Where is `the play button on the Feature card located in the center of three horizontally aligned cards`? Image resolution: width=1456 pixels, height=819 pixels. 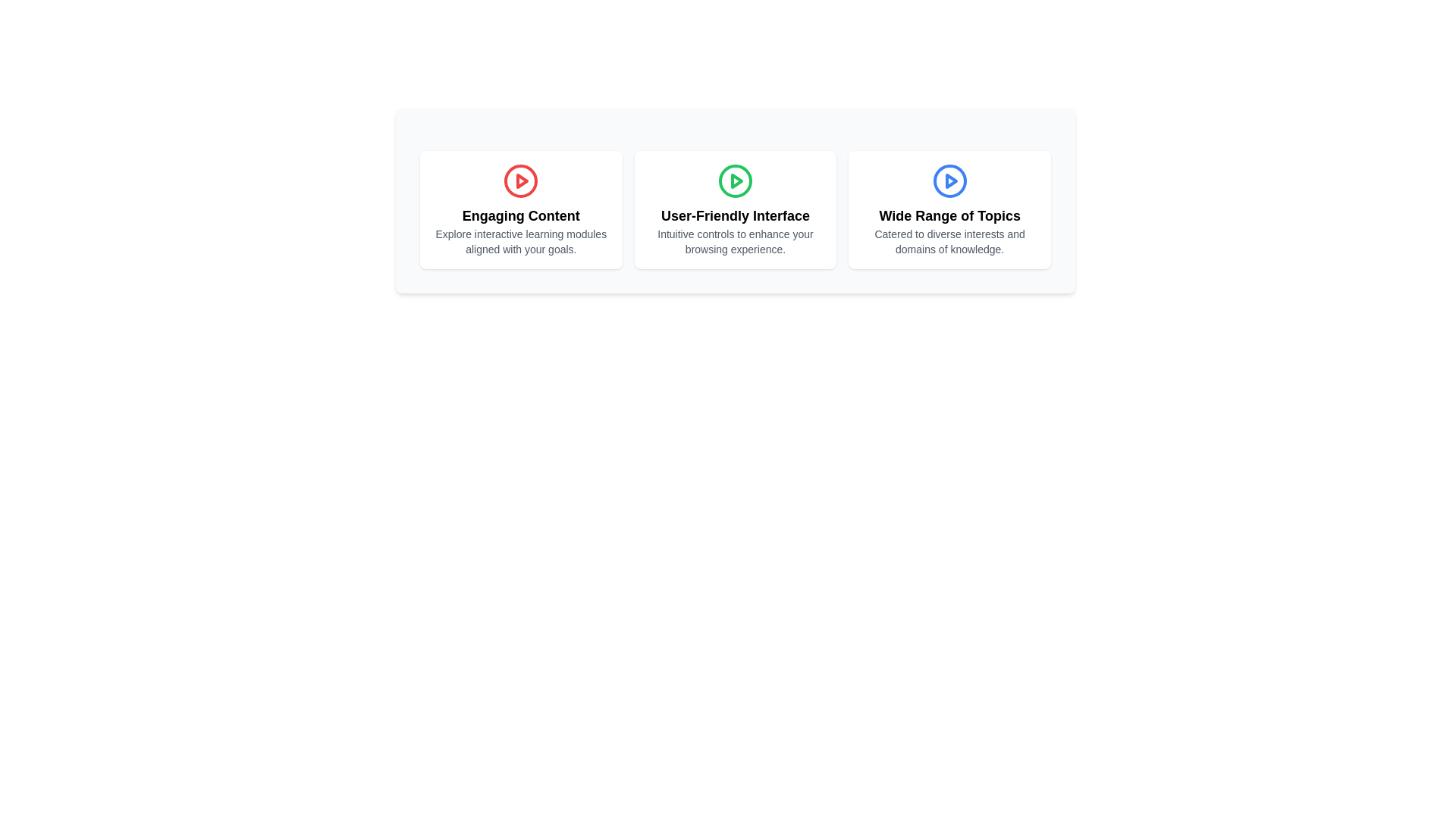
the play button on the Feature card located in the center of three horizontally aligned cards is located at coordinates (735, 210).